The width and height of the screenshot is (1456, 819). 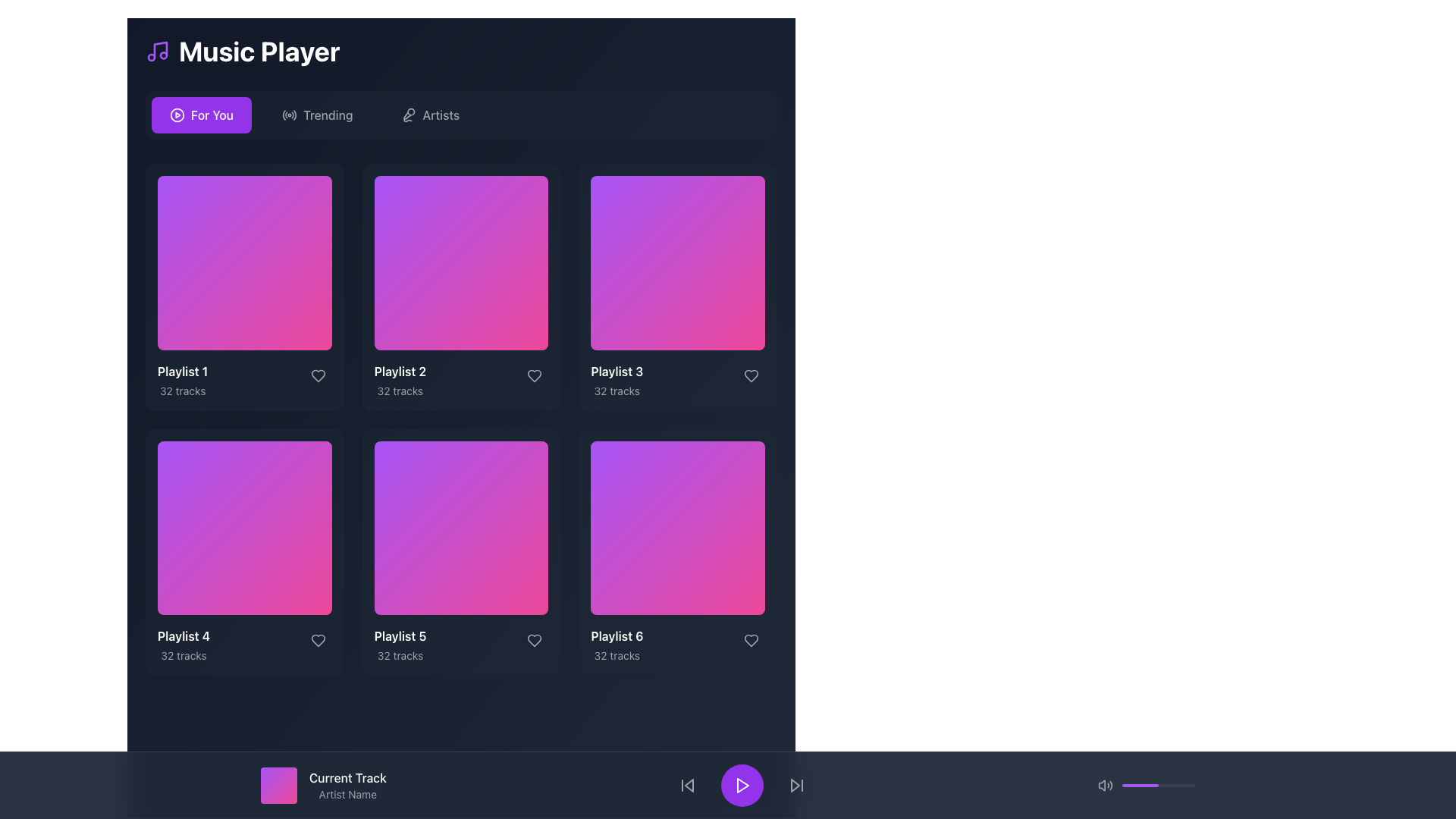 I want to click on the text label displaying '32 tracks' located beneath the title 'Playlist 4' within the card layout, so click(x=183, y=655).